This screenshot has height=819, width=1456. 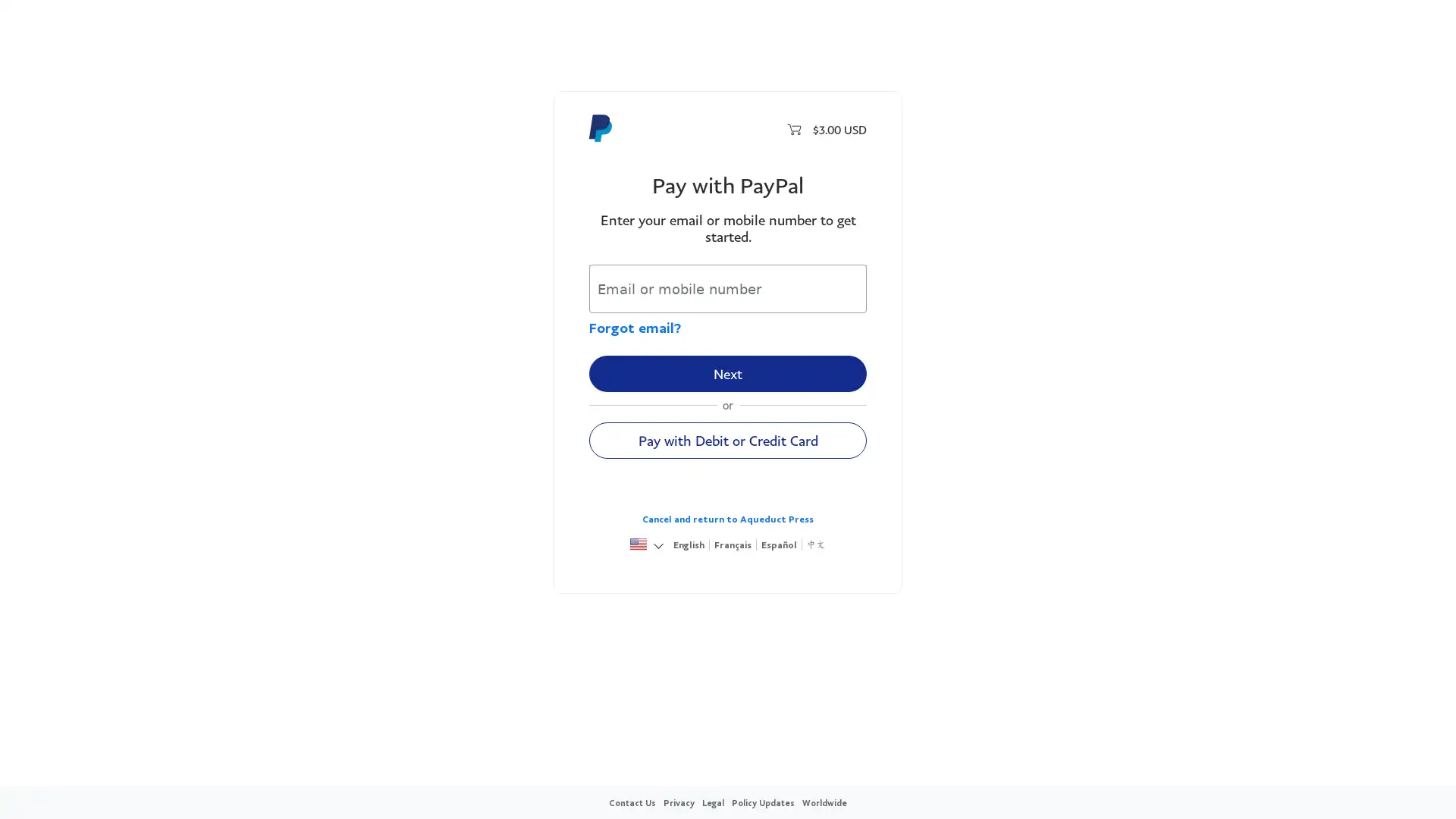 I want to click on Pay with Debit or Credit Card, so click(x=728, y=441).